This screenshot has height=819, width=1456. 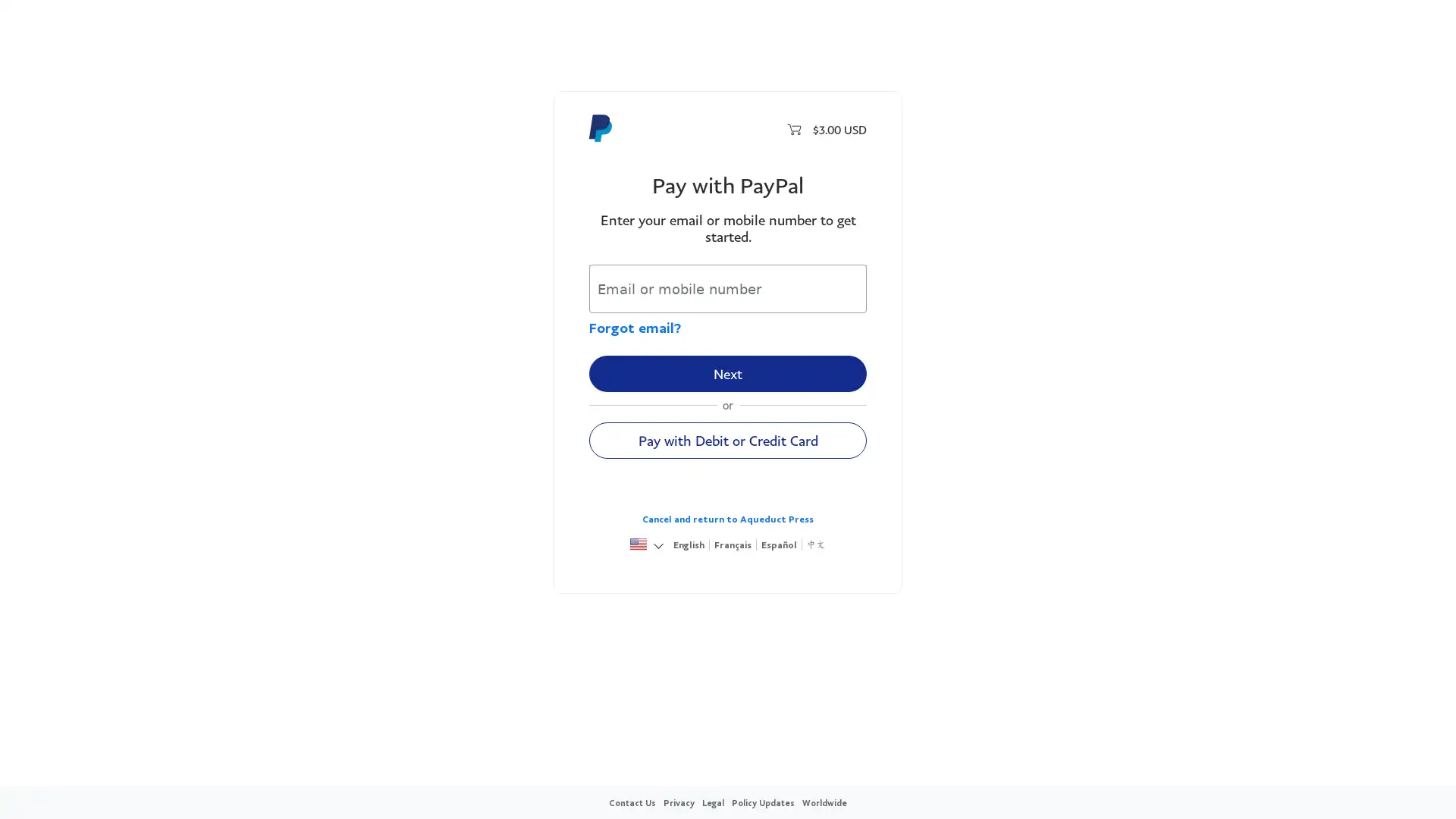 I want to click on Pay with Debit or Credit Card, so click(x=728, y=441).